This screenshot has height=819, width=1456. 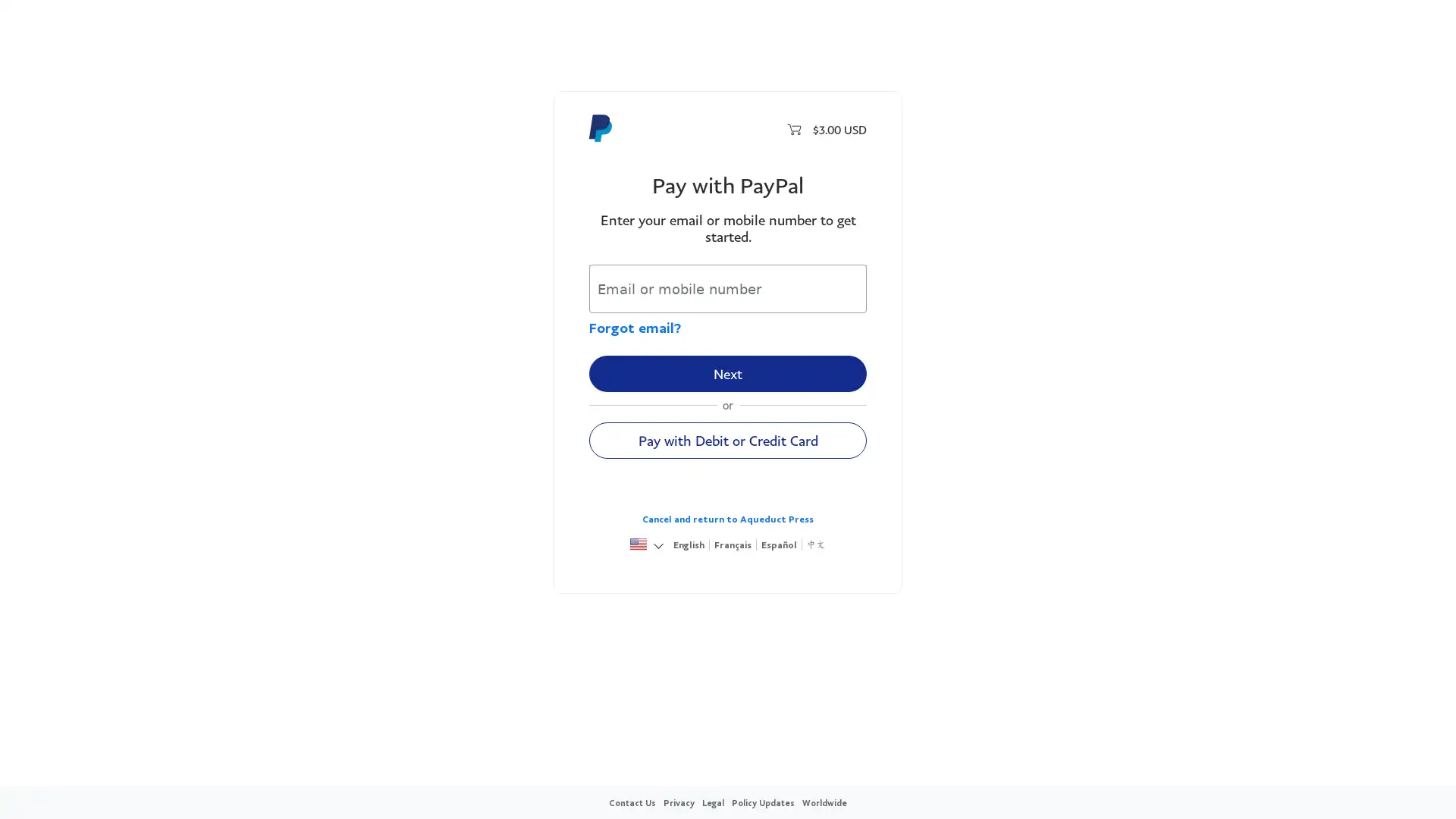 I want to click on Pay with Debit or Credit Card, so click(x=728, y=441).